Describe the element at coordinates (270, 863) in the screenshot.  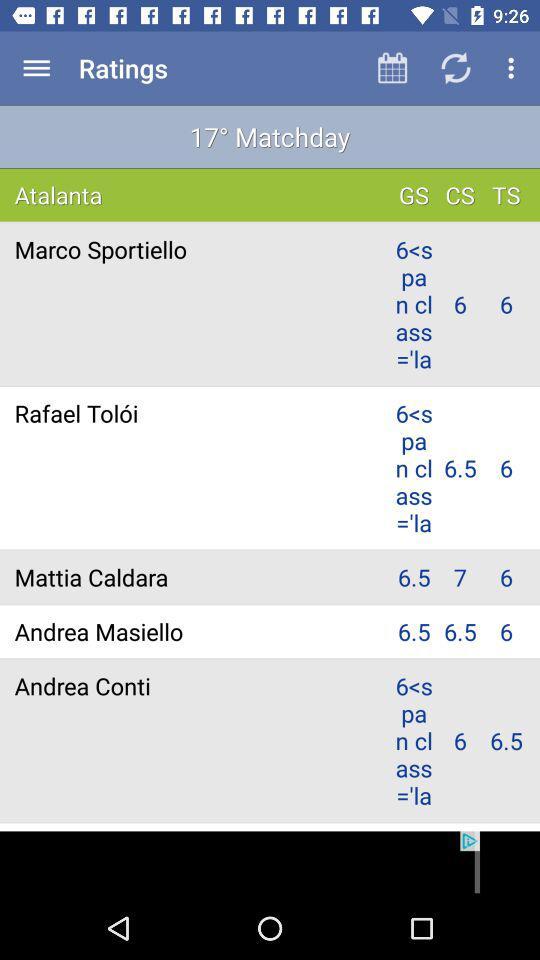
I see `advertisement` at that location.